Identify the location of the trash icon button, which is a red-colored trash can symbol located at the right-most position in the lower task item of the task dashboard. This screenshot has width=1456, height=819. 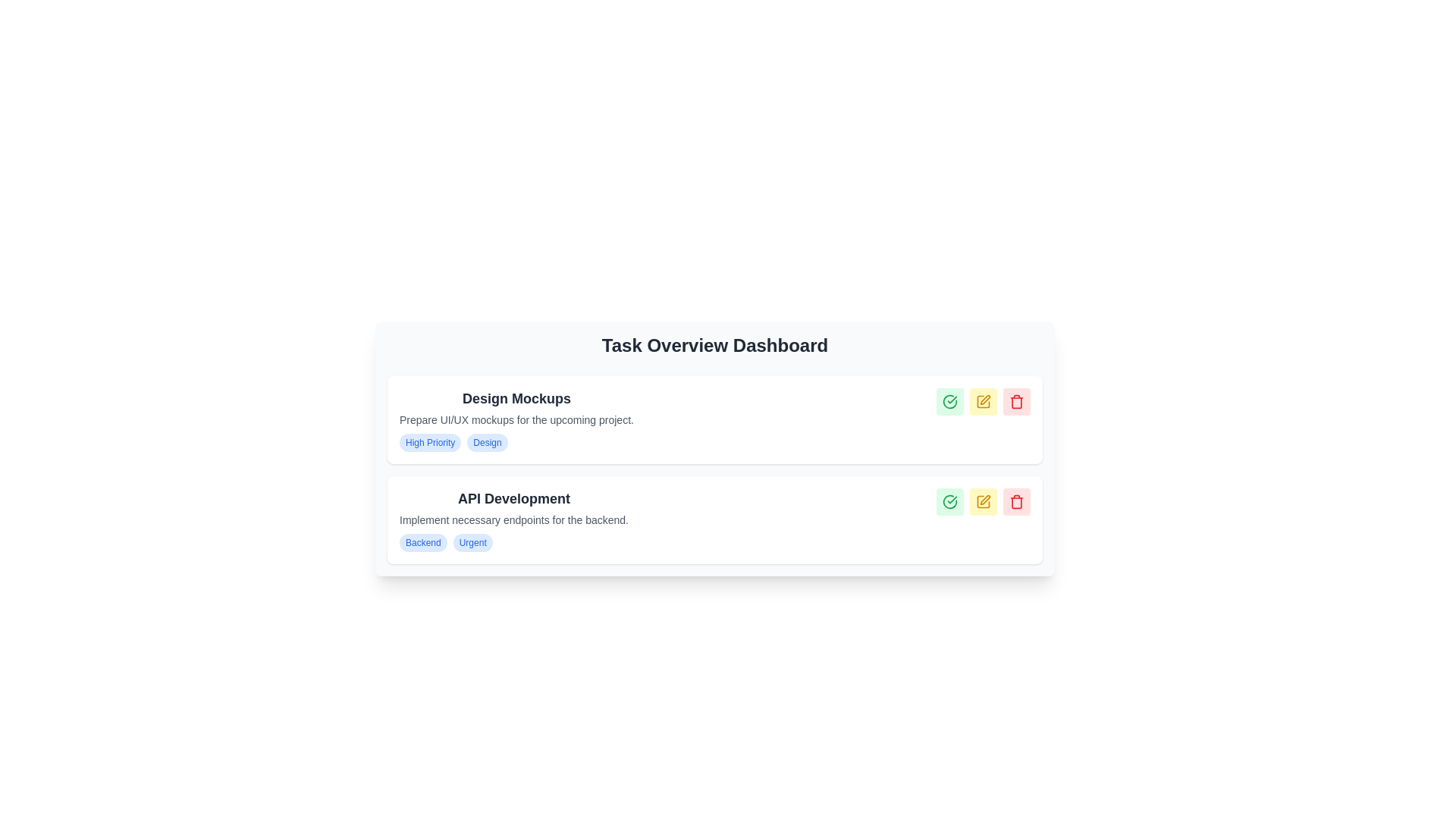
(1016, 400).